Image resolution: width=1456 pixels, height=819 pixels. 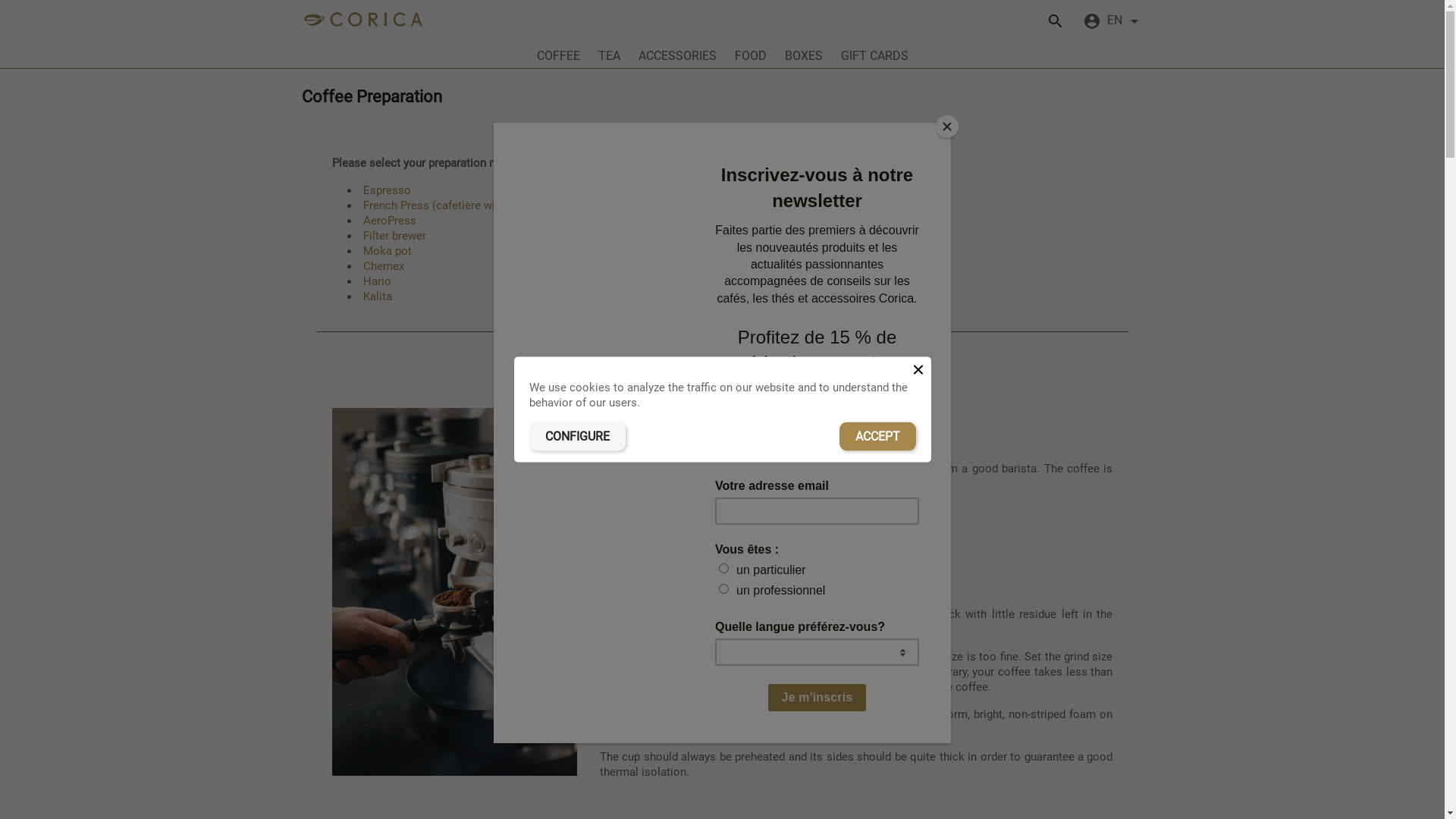 I want to click on 'Chemex', so click(x=382, y=265).